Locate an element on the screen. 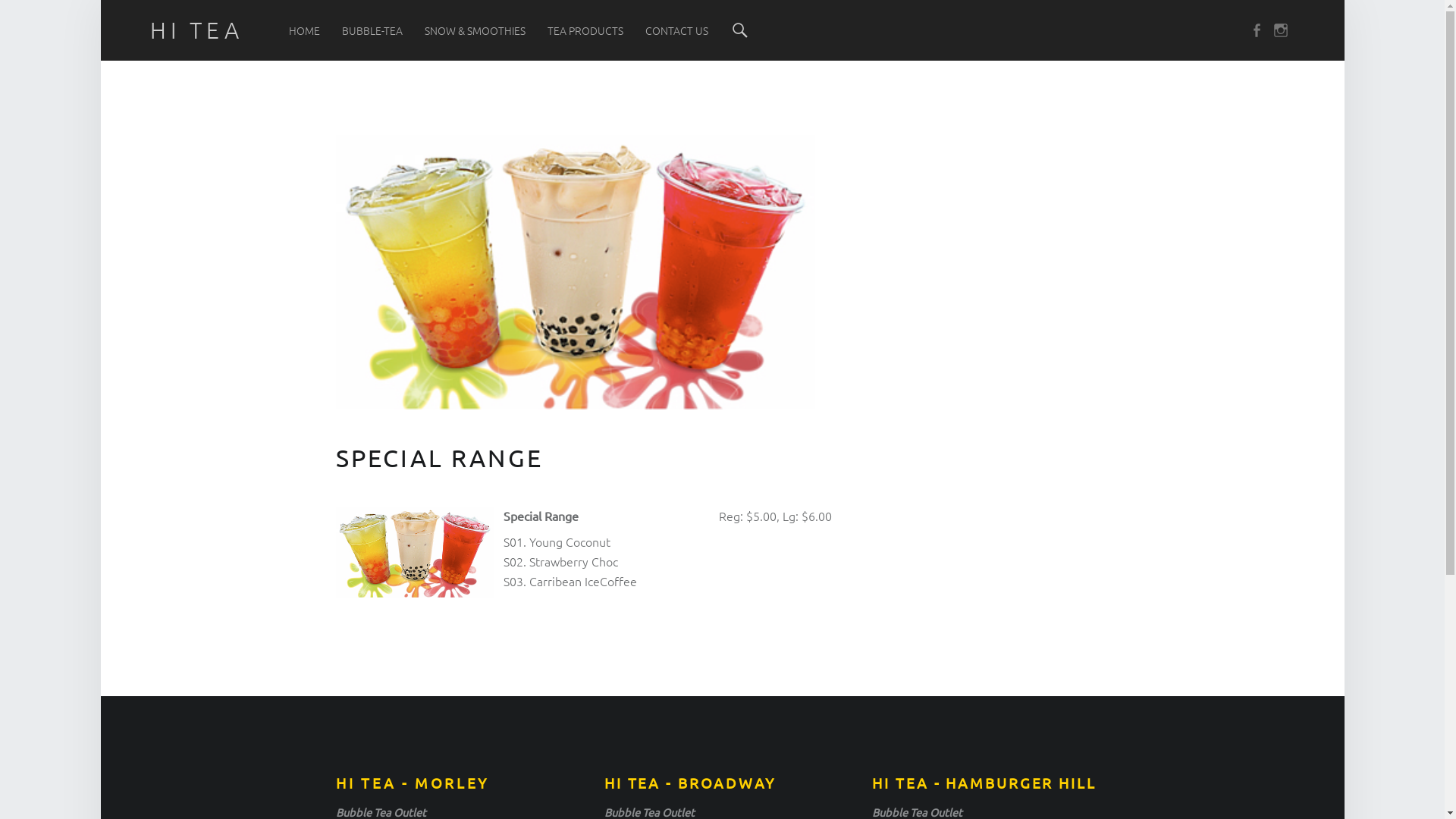 The image size is (1456, 819). 'Instagram' is located at coordinates (1273, 30).